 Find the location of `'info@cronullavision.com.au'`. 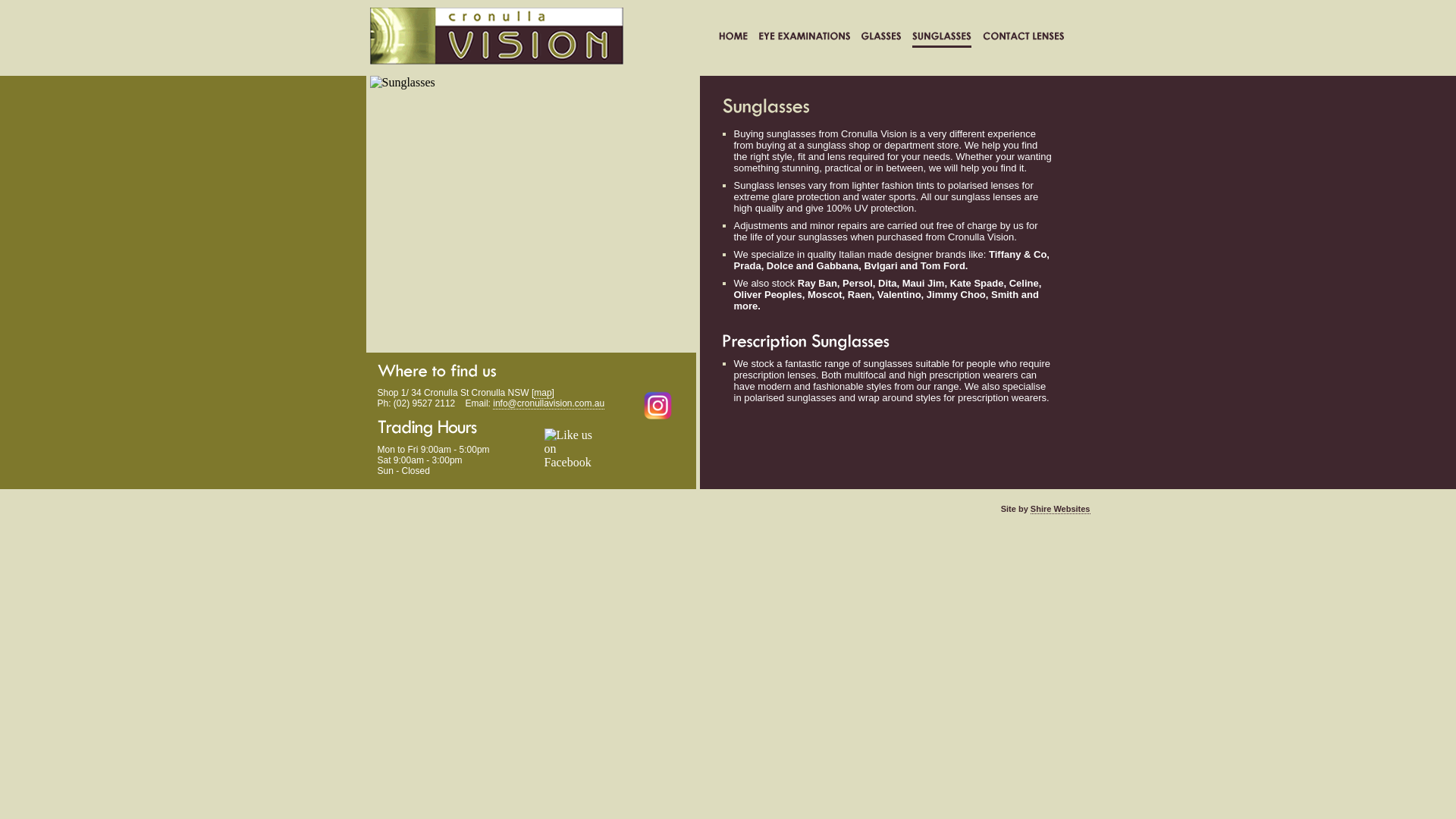

'info@cronullavision.com.au' is located at coordinates (548, 403).